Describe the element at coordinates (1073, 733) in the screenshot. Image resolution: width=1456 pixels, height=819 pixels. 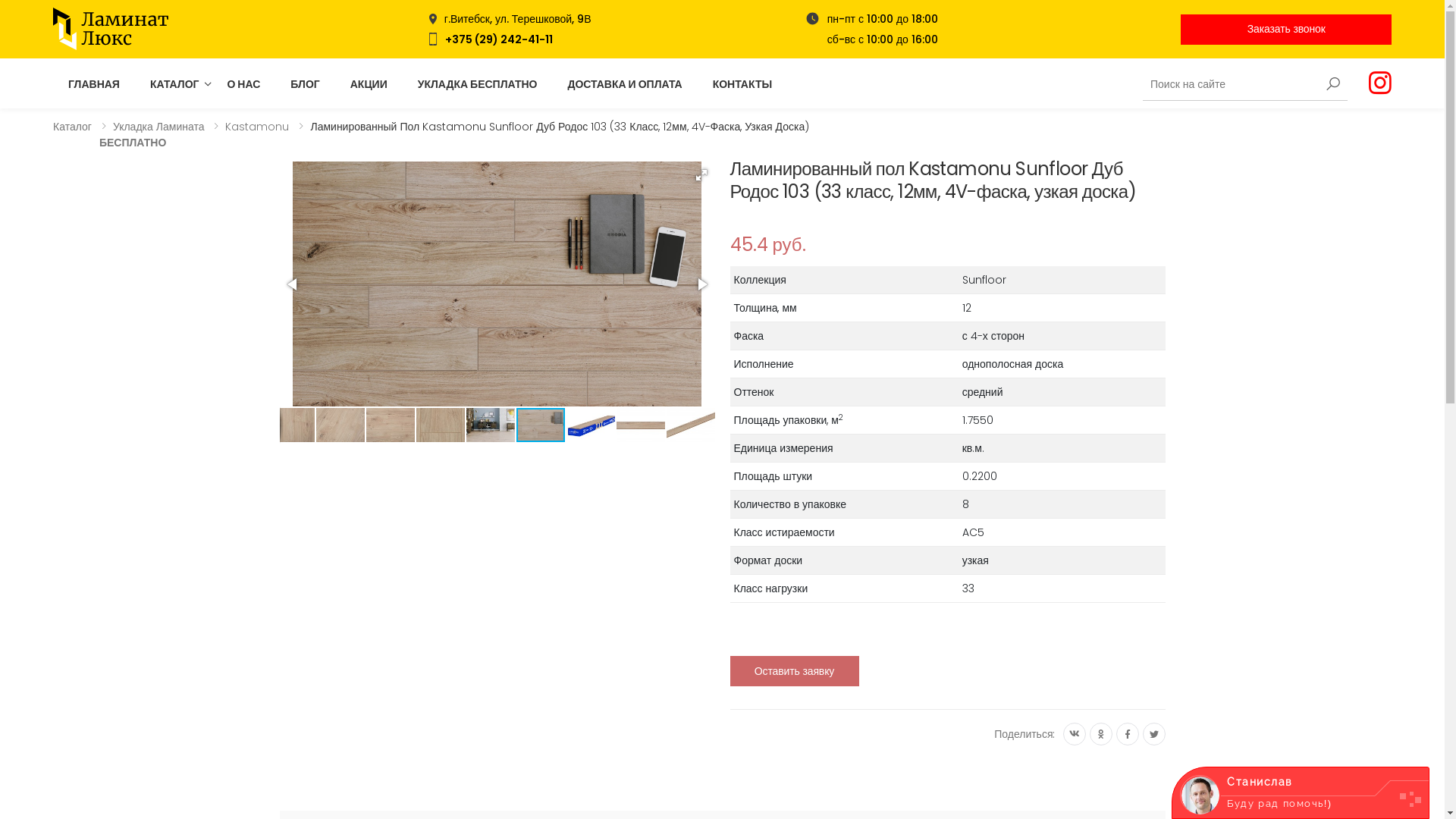
I see `'vk'` at that location.